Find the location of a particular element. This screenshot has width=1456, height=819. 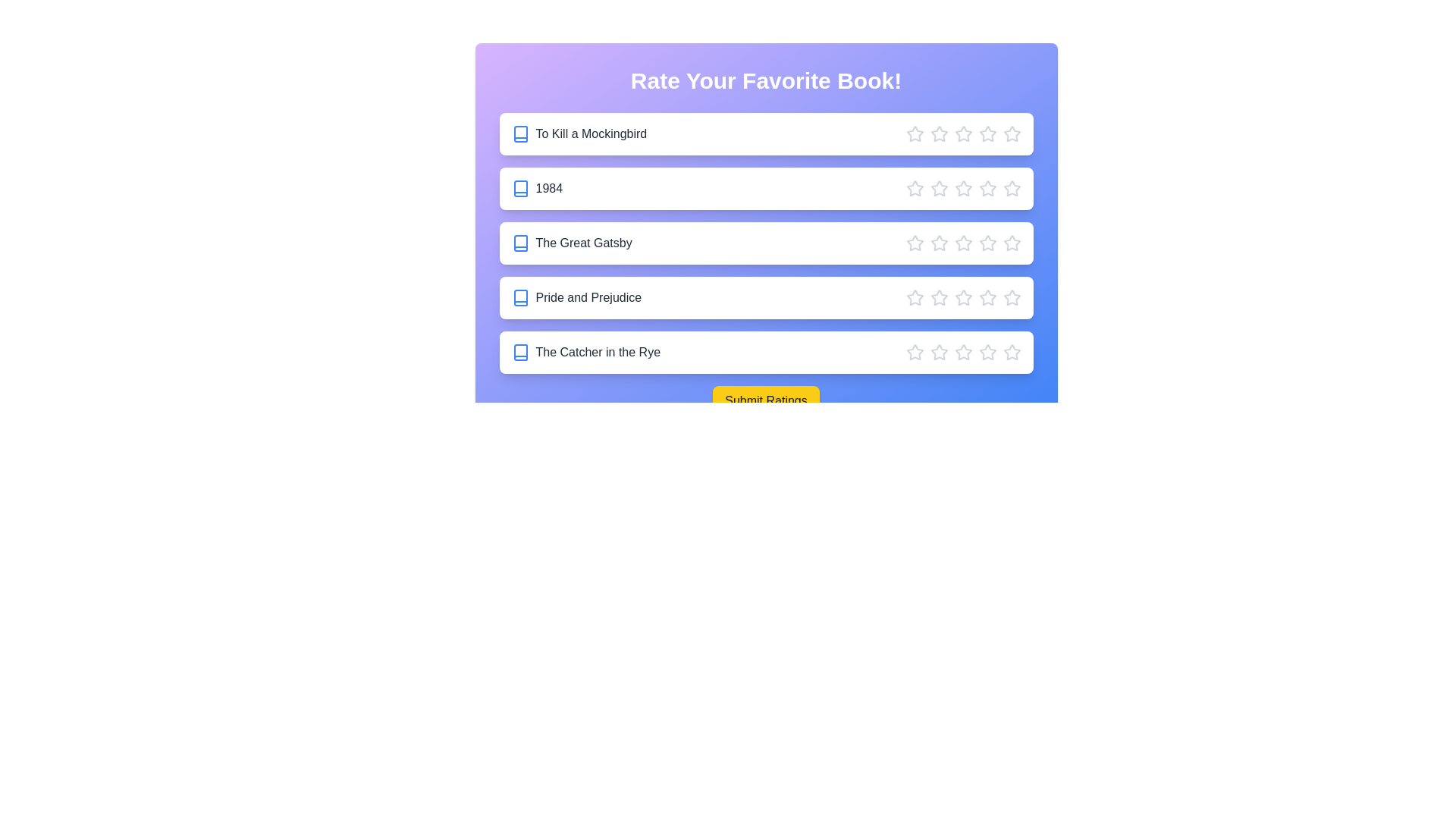

the star corresponding to 1 stars for the book The Great Gatsby is located at coordinates (914, 242).